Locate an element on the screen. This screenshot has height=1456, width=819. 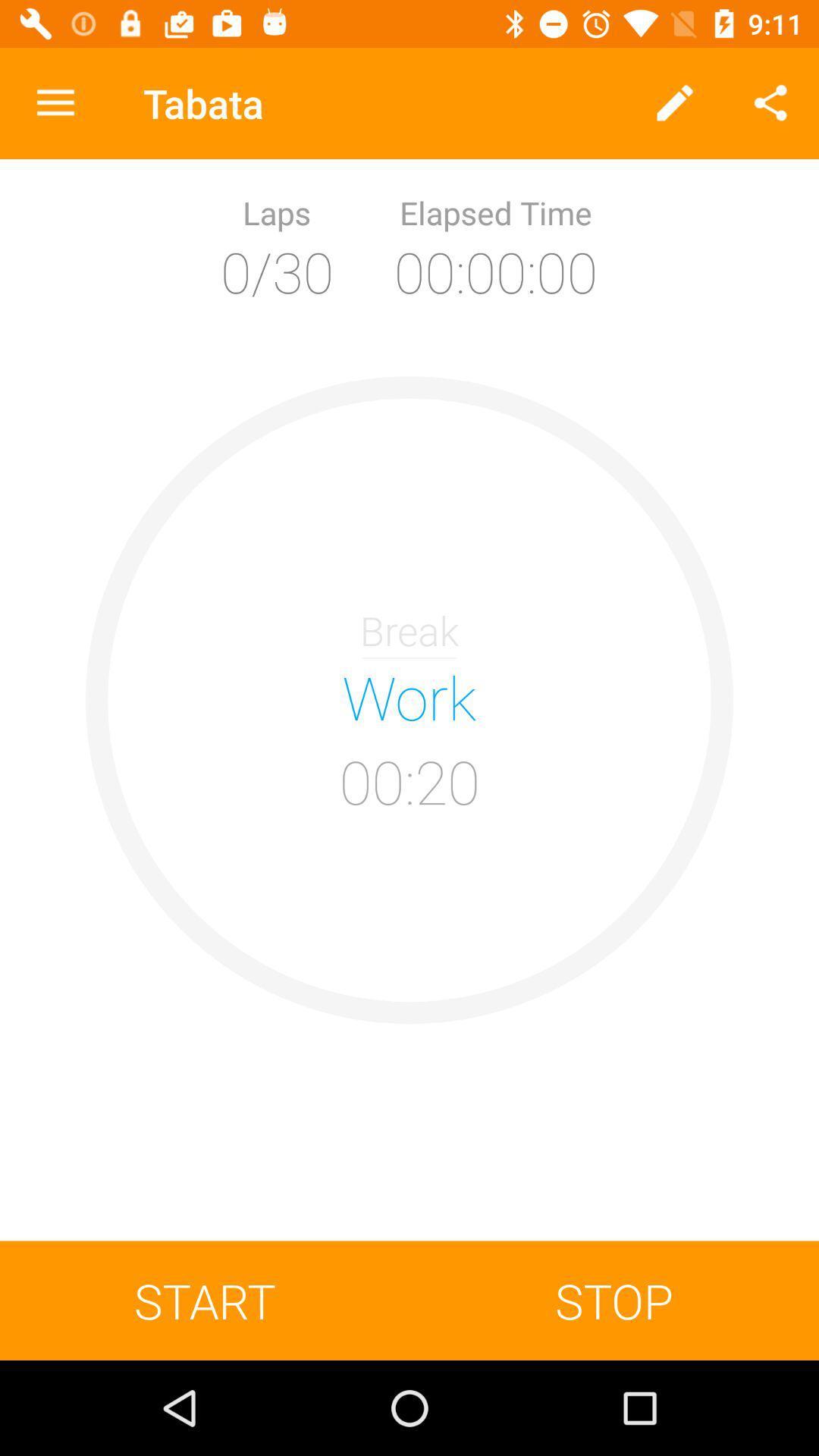
item to the right of start is located at coordinates (614, 1300).